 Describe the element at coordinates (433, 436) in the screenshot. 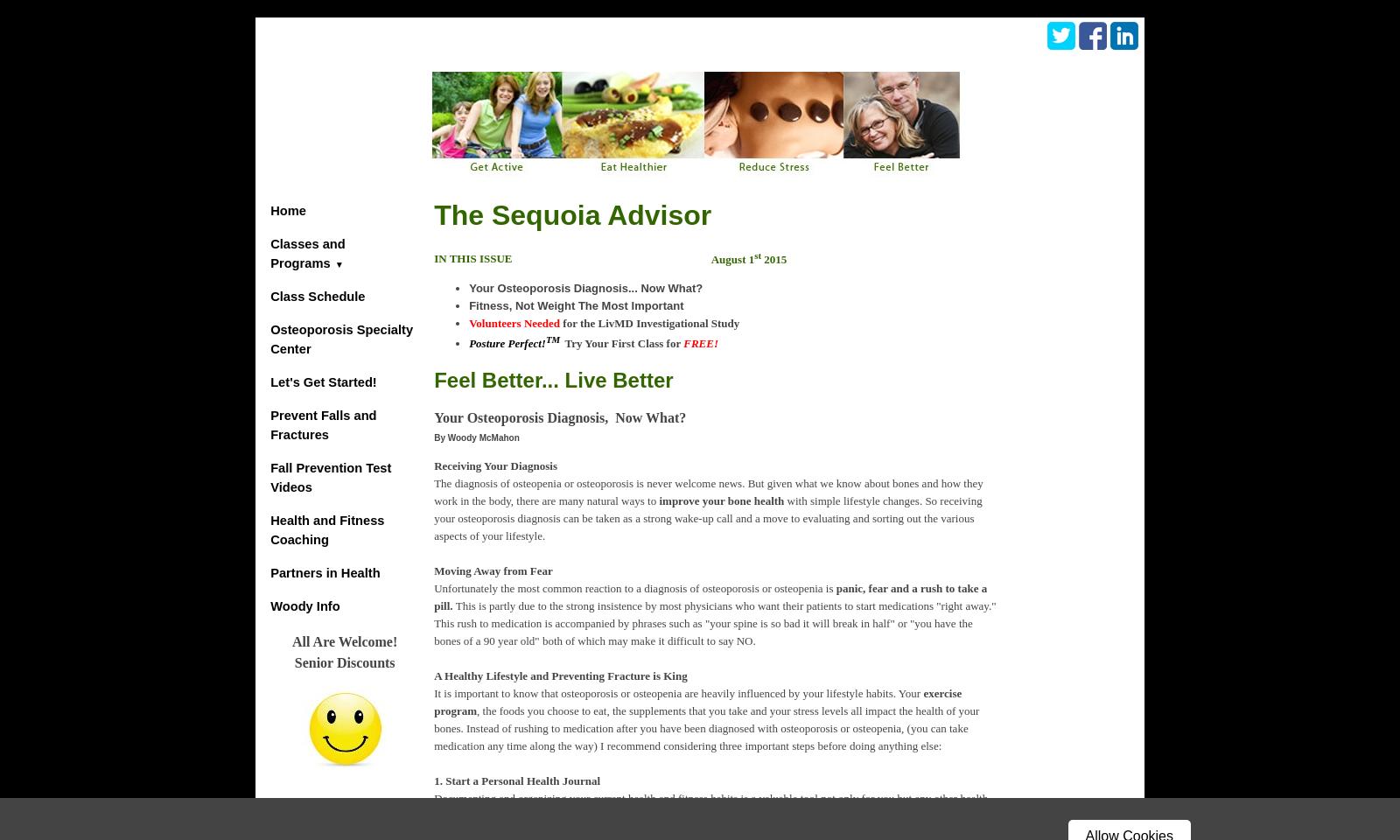

I see `'By Woody McMahon'` at that location.